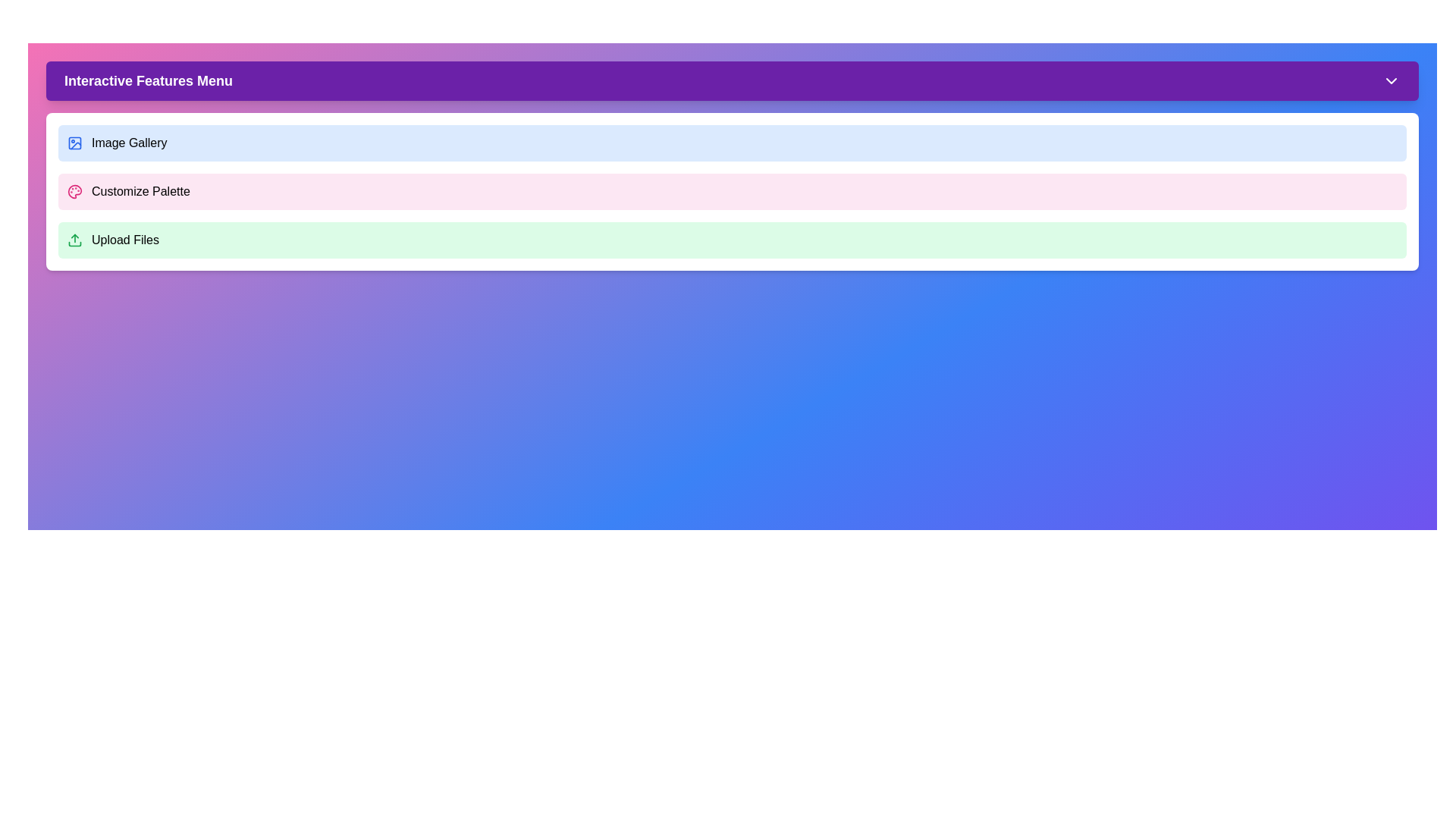 This screenshot has width=1456, height=819. I want to click on the 'Image Gallery' option in the menu, so click(732, 143).